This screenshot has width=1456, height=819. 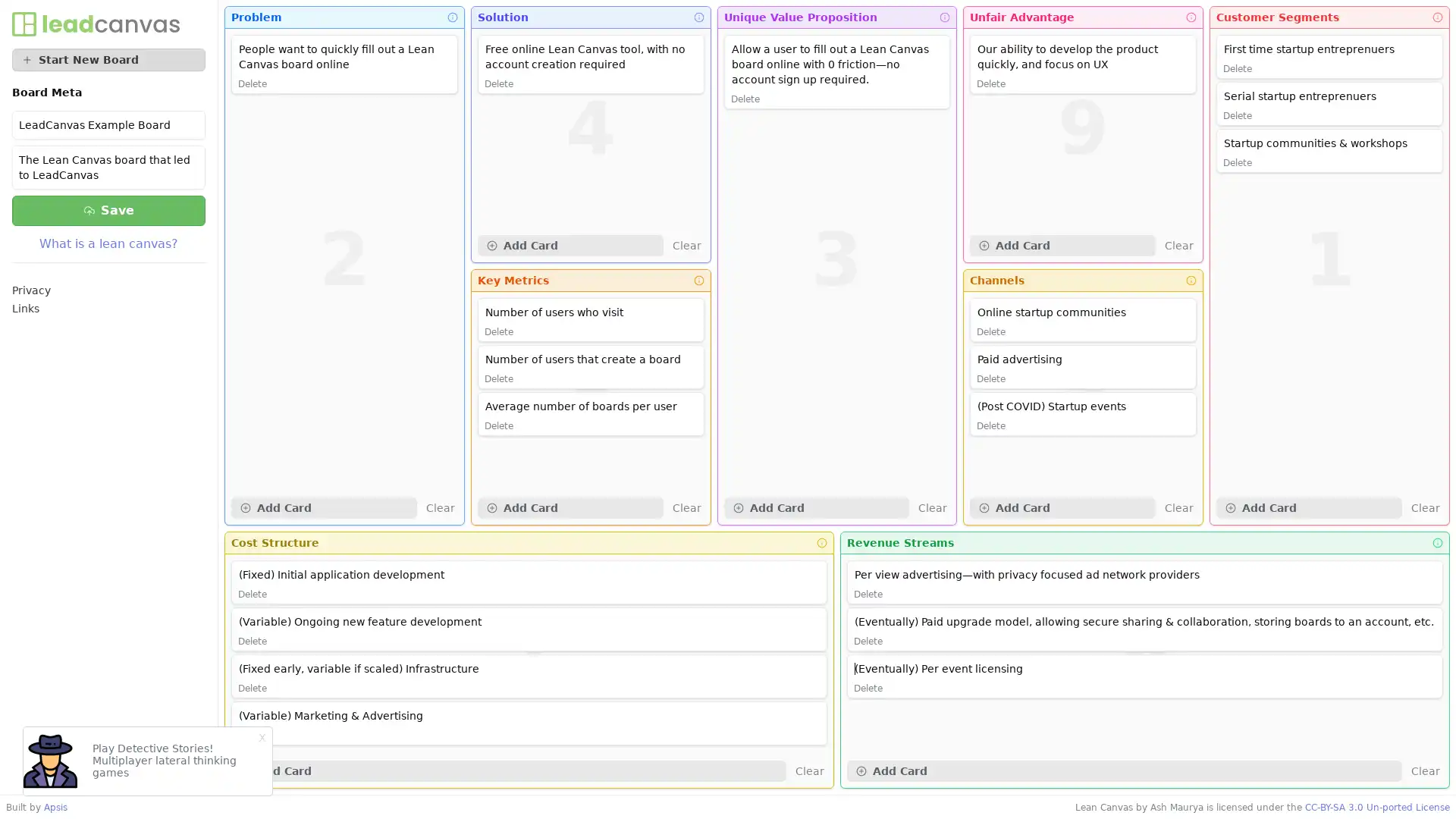 I want to click on Delete, so click(x=745, y=99).